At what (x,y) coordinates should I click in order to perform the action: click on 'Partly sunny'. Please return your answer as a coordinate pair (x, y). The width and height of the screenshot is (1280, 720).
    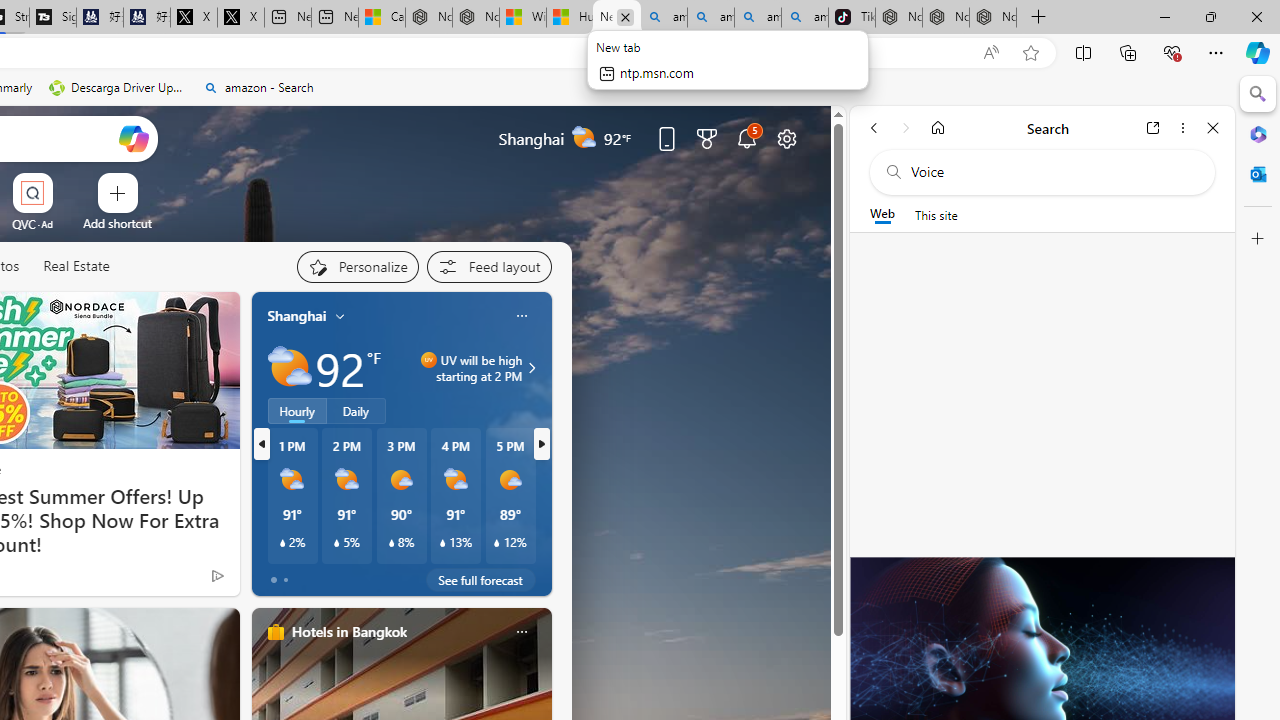
    Looking at the image, I should click on (288, 368).